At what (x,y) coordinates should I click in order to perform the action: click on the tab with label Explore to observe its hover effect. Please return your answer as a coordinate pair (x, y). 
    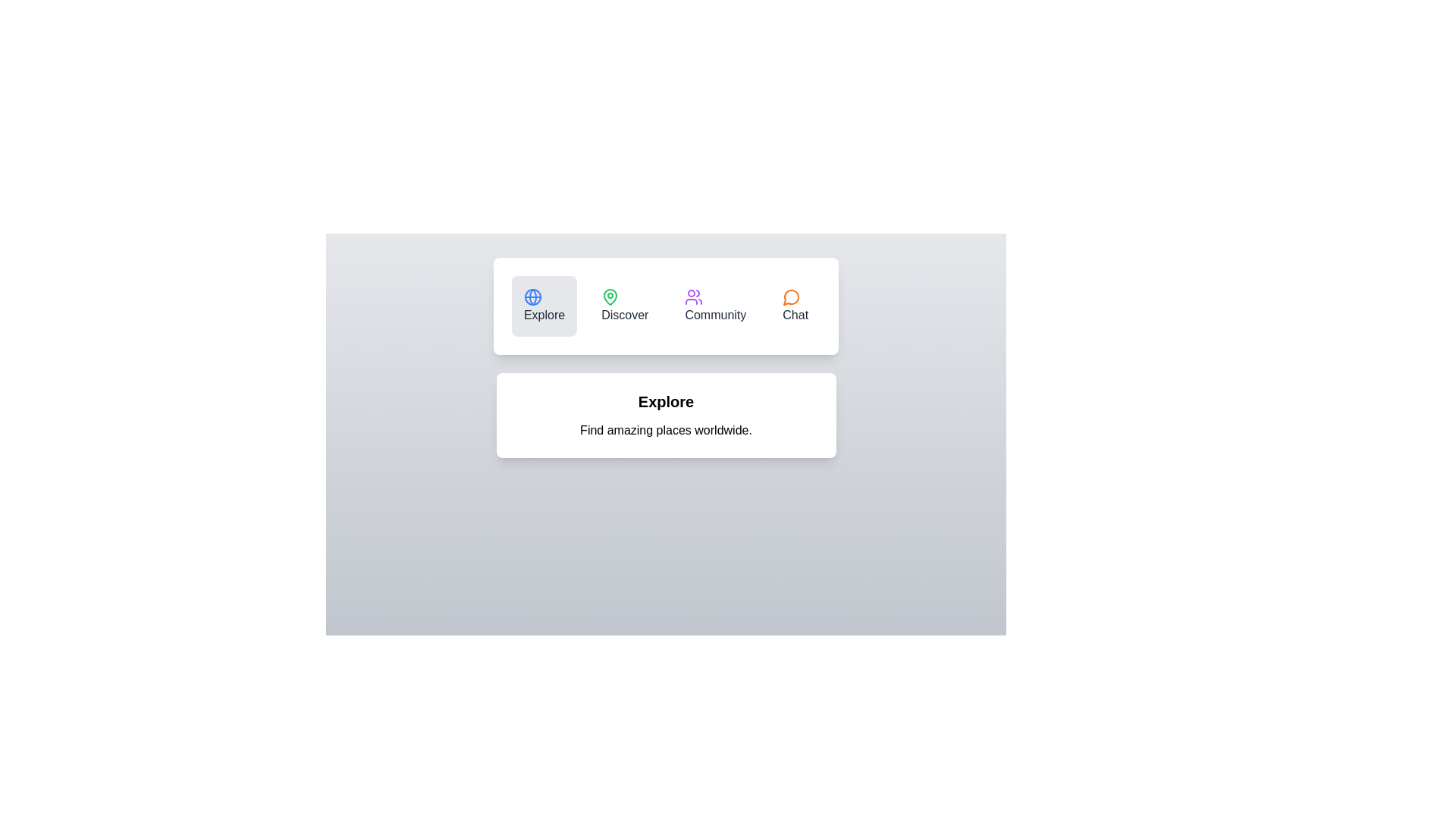
    Looking at the image, I should click on (544, 306).